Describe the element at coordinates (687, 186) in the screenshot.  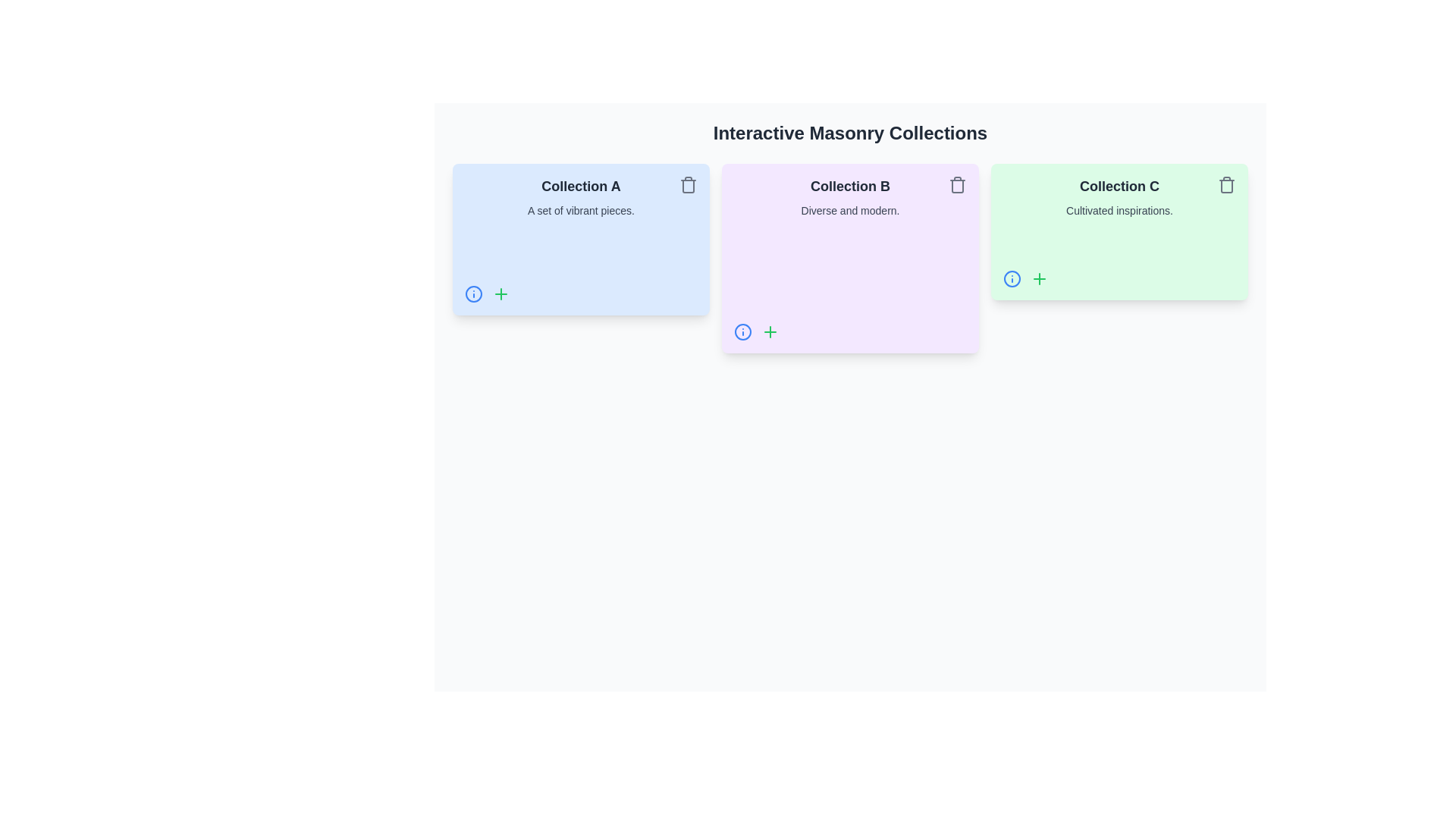
I see `the trash bin icon located in the upper-right corner of the 'Collection A' card` at that location.